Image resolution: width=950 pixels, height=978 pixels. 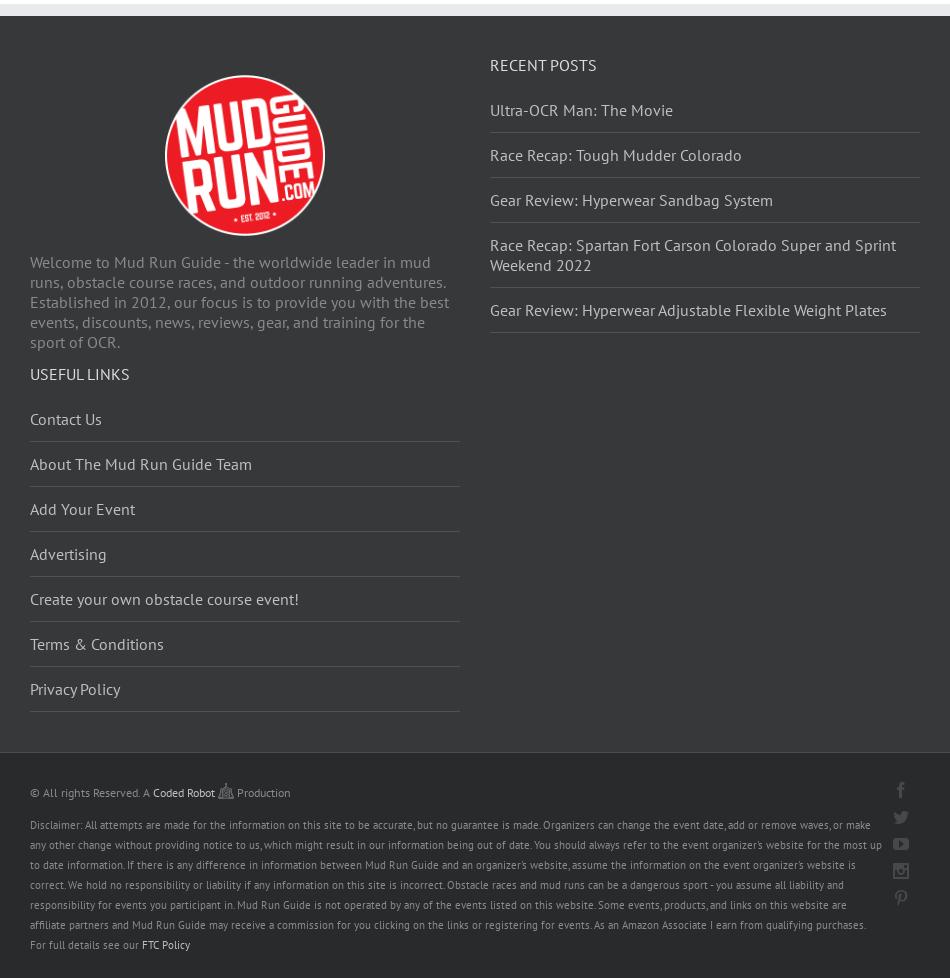 I want to click on 'Privacy Policy', so click(x=74, y=688).